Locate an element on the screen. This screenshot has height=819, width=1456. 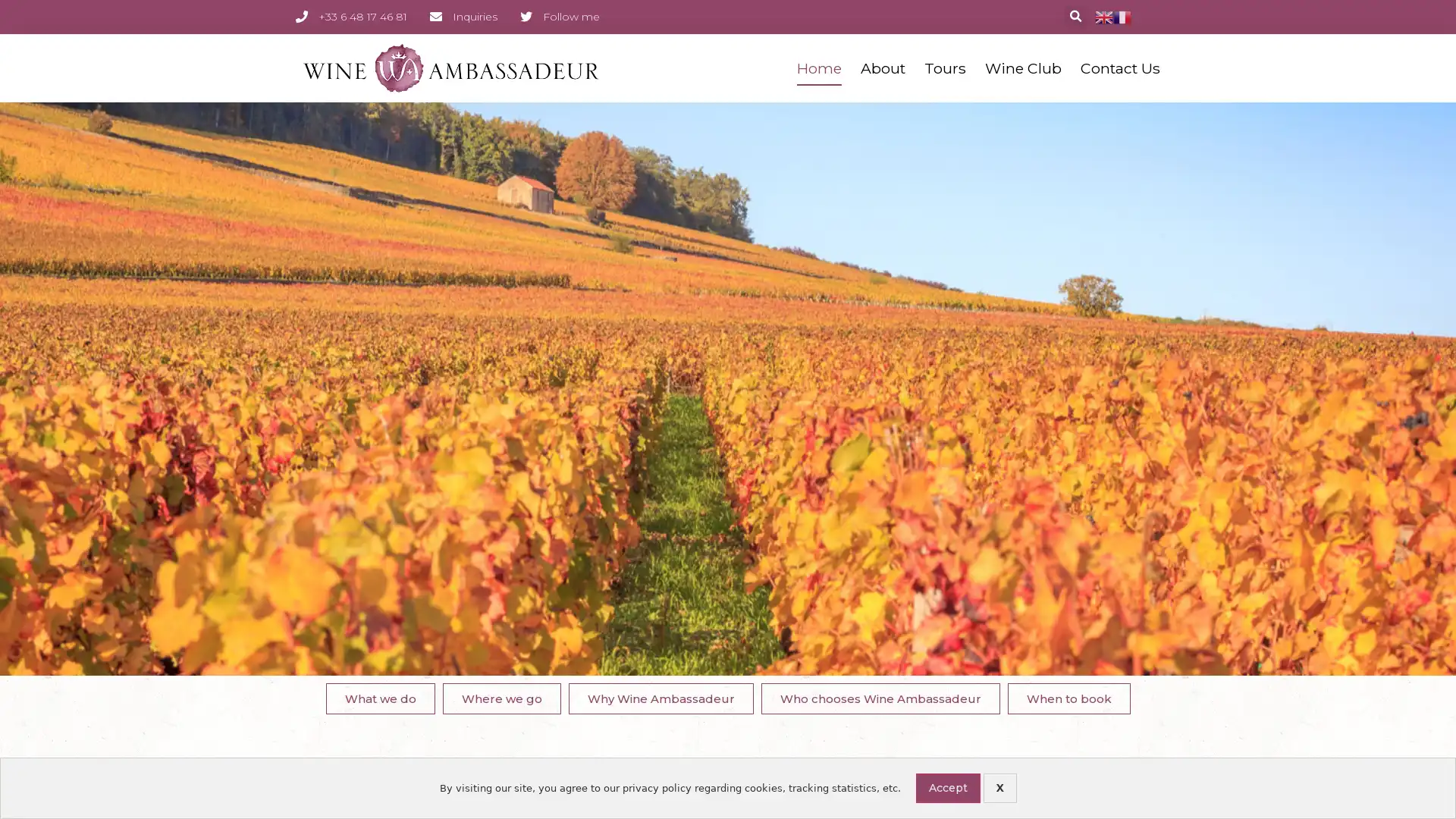
What we do is located at coordinates (379, 698).